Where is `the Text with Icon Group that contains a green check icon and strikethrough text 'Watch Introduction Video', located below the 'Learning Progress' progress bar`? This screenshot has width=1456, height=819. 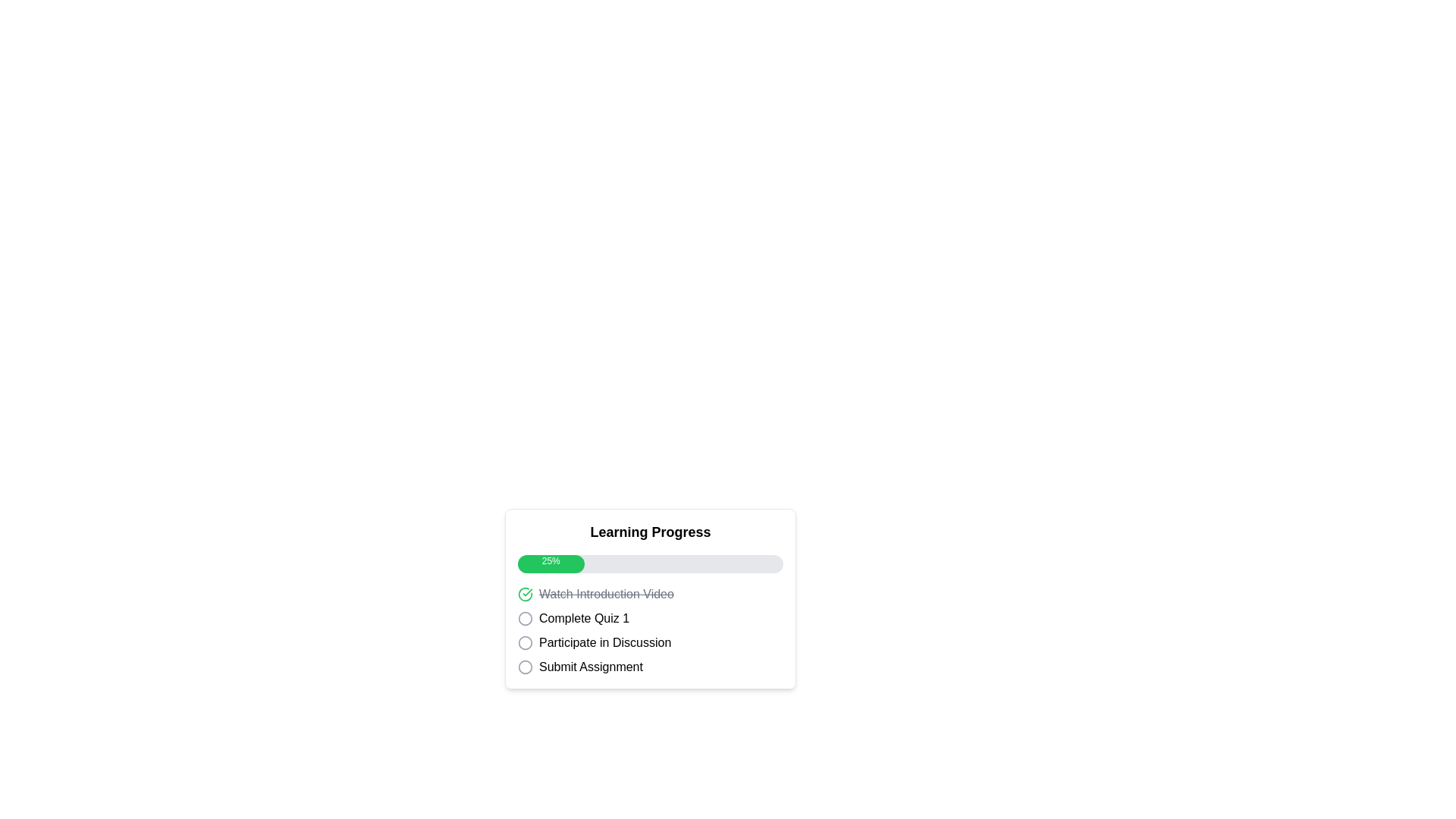 the Text with Icon Group that contains a green check icon and strikethrough text 'Watch Introduction Video', located below the 'Learning Progress' progress bar is located at coordinates (651, 593).